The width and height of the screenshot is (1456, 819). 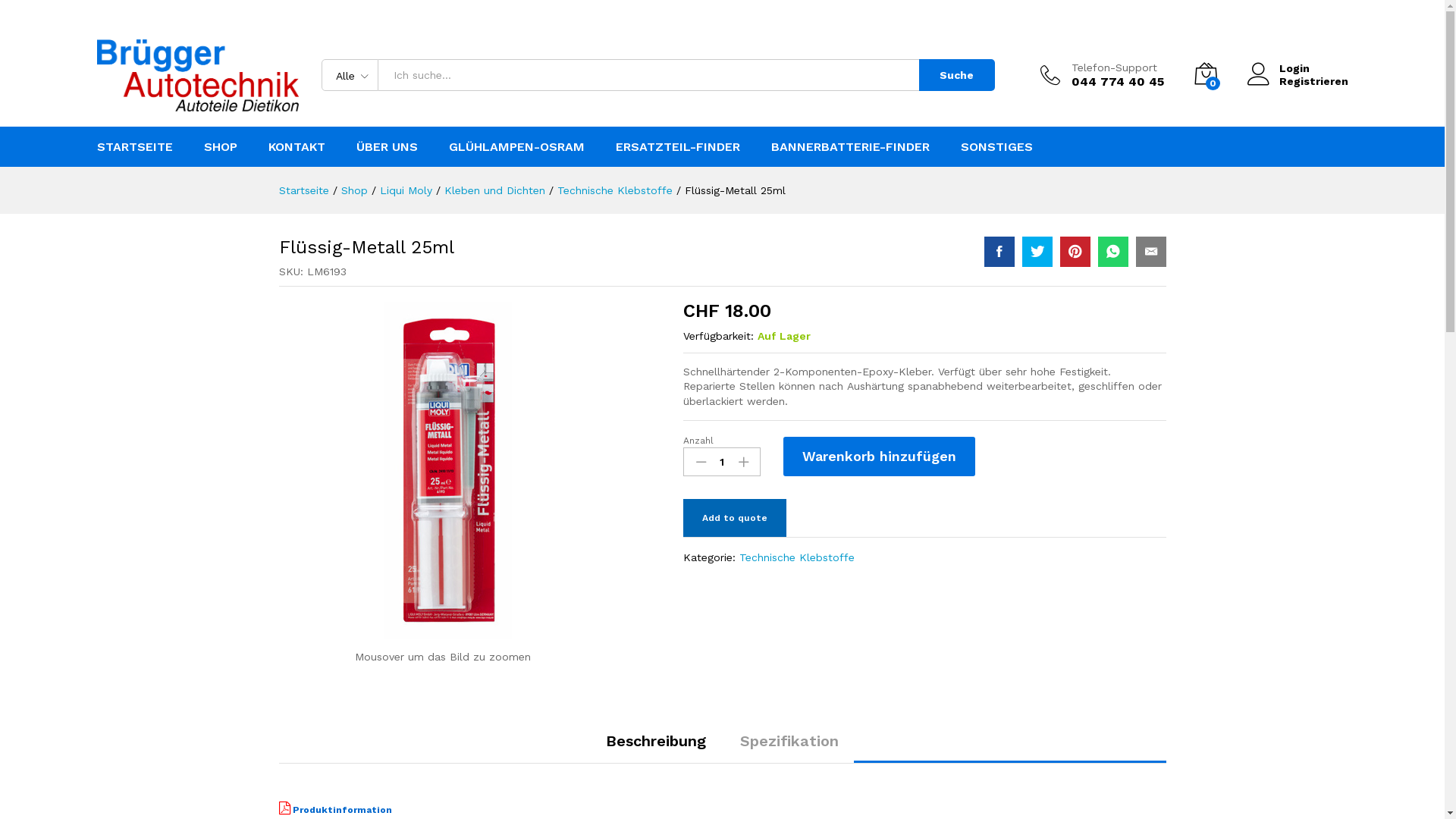 I want to click on 'Spezifikation', so click(x=789, y=739).